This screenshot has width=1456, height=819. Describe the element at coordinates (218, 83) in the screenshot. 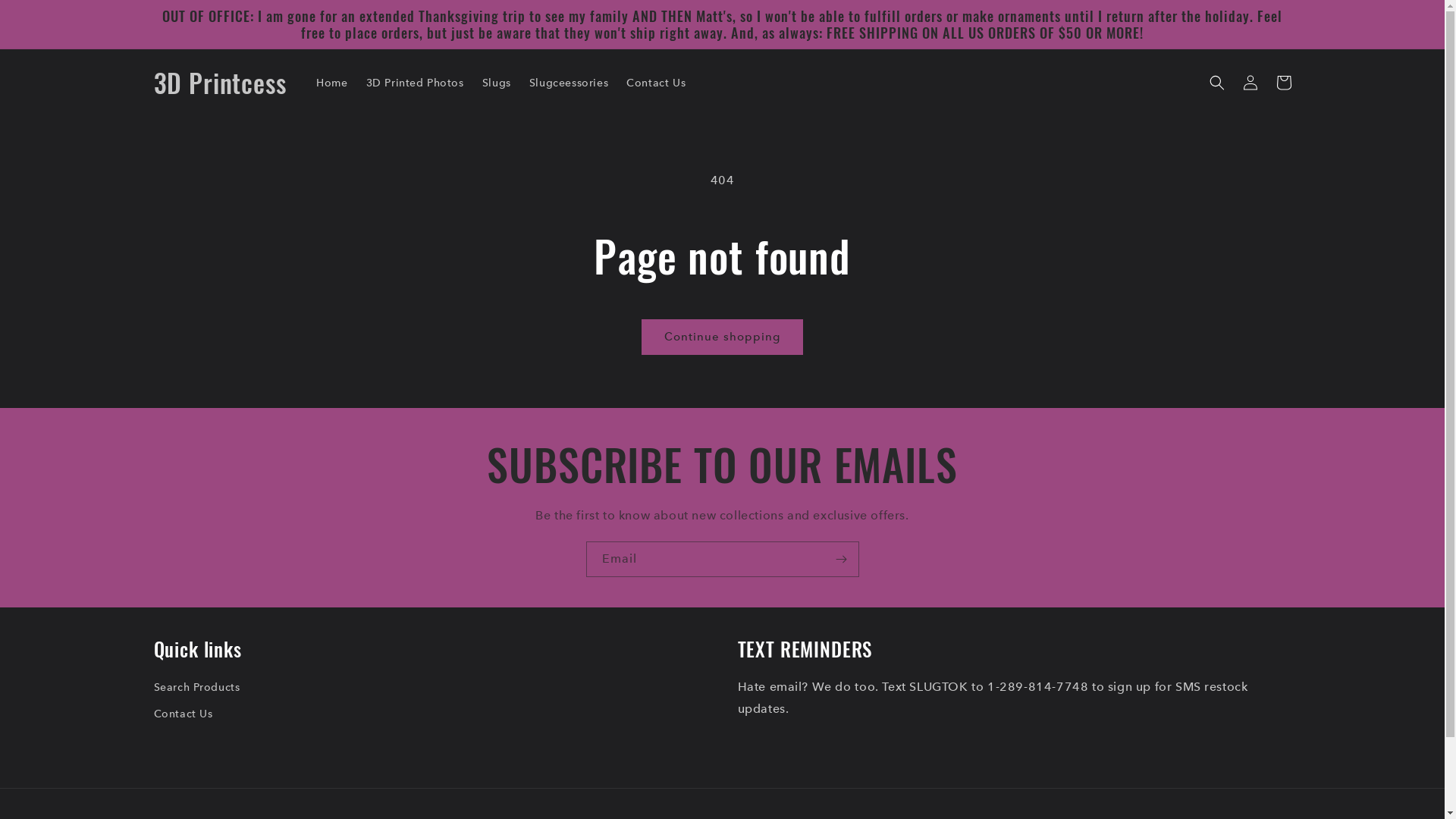

I see `'3D Printcess'` at that location.